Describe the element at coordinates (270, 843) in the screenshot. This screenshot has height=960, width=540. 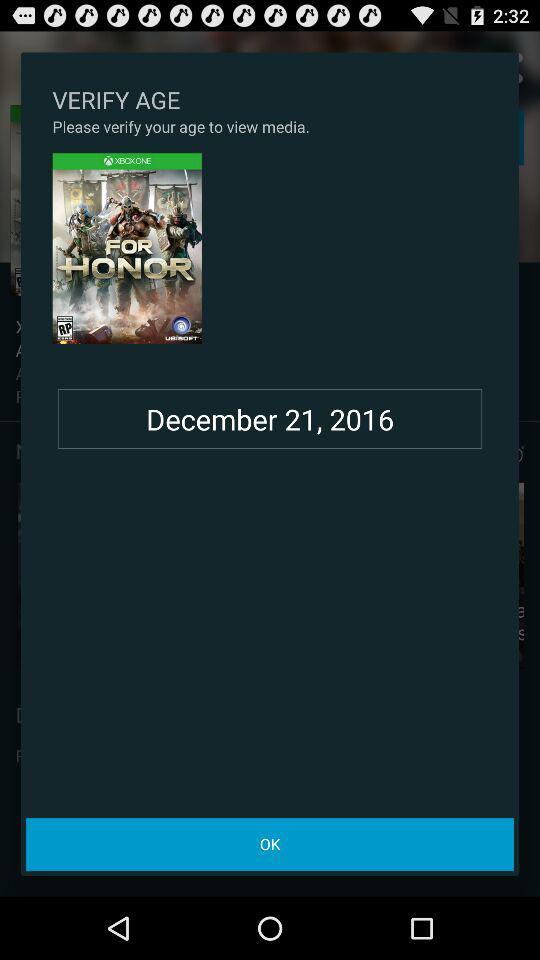
I see `the item below december 21, 2016 icon` at that location.